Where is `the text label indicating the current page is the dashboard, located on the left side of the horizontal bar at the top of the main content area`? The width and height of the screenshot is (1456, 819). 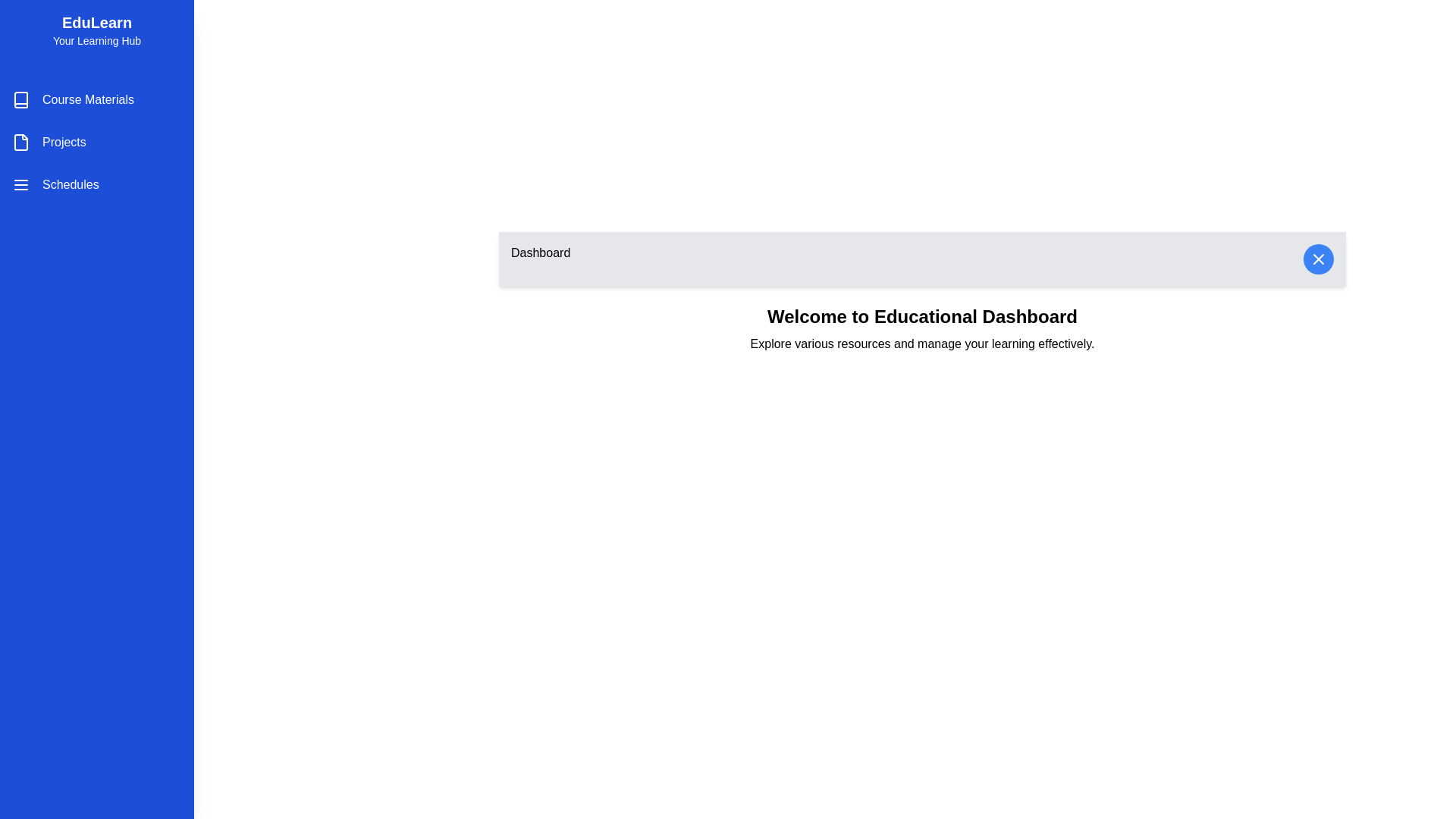
the text label indicating the current page is the dashboard, located on the left side of the horizontal bar at the top of the main content area is located at coordinates (541, 259).